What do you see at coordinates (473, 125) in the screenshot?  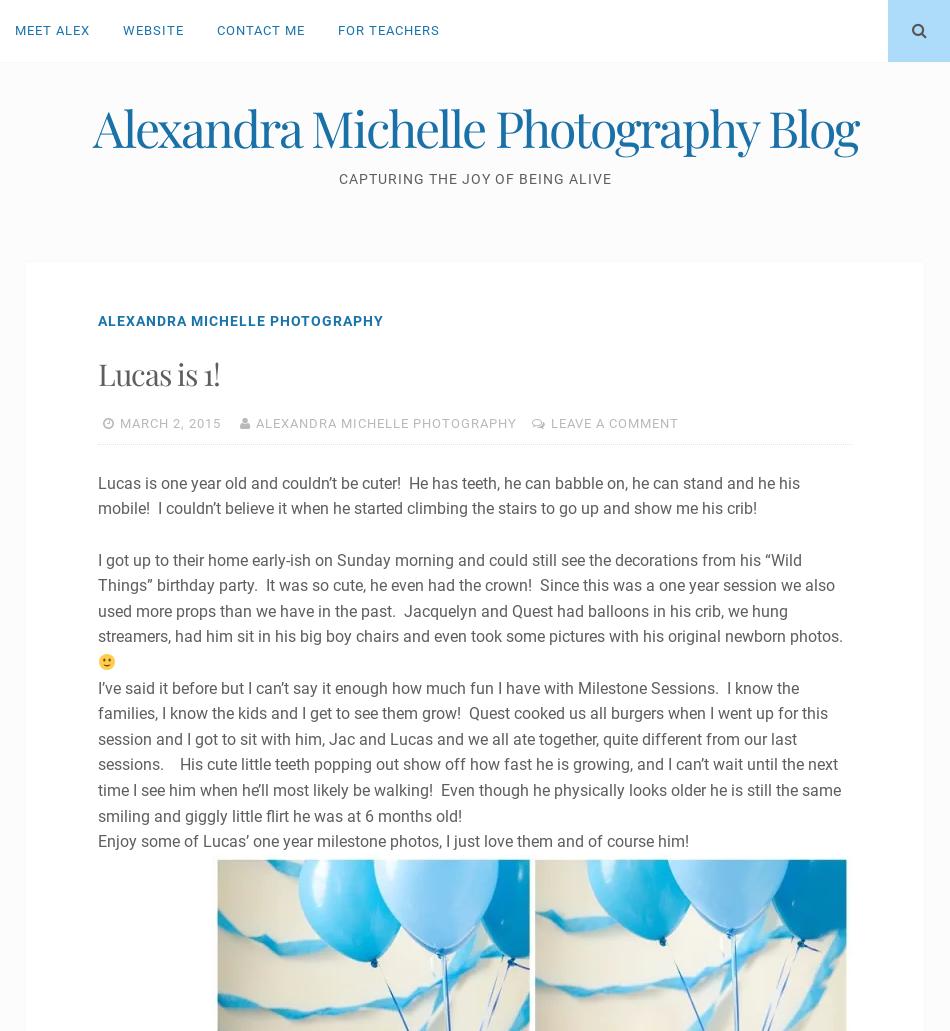 I see `'Alexandra Michelle Photography Blog'` at bounding box center [473, 125].